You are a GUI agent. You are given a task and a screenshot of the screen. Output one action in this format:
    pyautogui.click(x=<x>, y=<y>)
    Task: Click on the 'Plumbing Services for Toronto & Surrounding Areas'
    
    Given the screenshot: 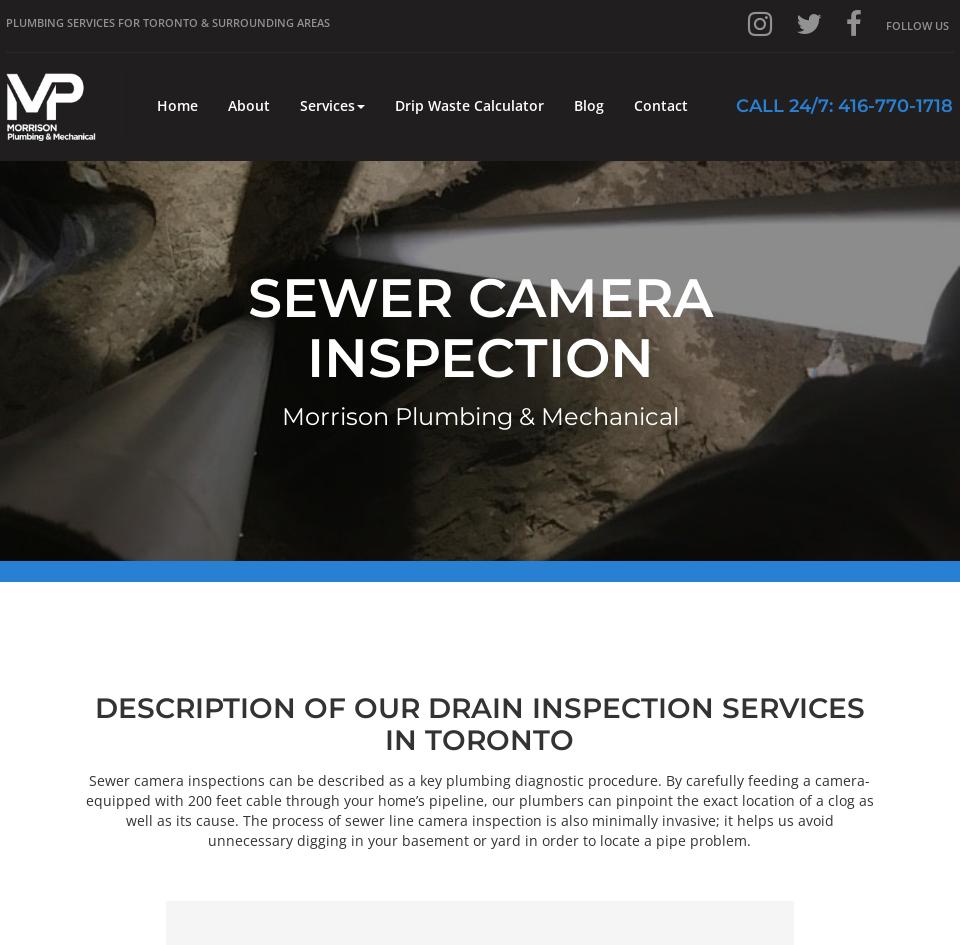 What is the action you would take?
    pyautogui.click(x=167, y=22)
    